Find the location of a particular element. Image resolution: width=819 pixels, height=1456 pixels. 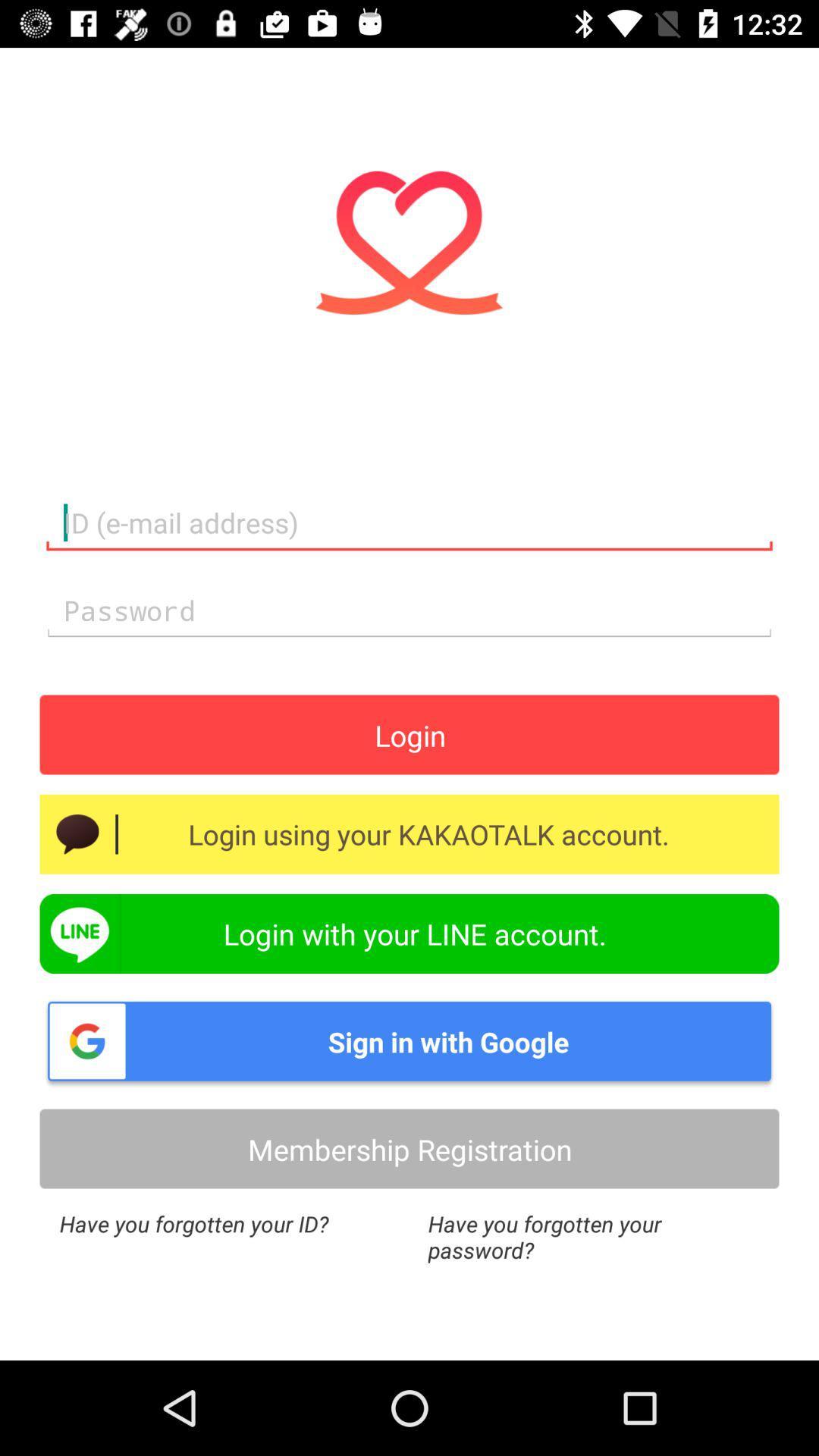

the membership registration item is located at coordinates (409, 1149).